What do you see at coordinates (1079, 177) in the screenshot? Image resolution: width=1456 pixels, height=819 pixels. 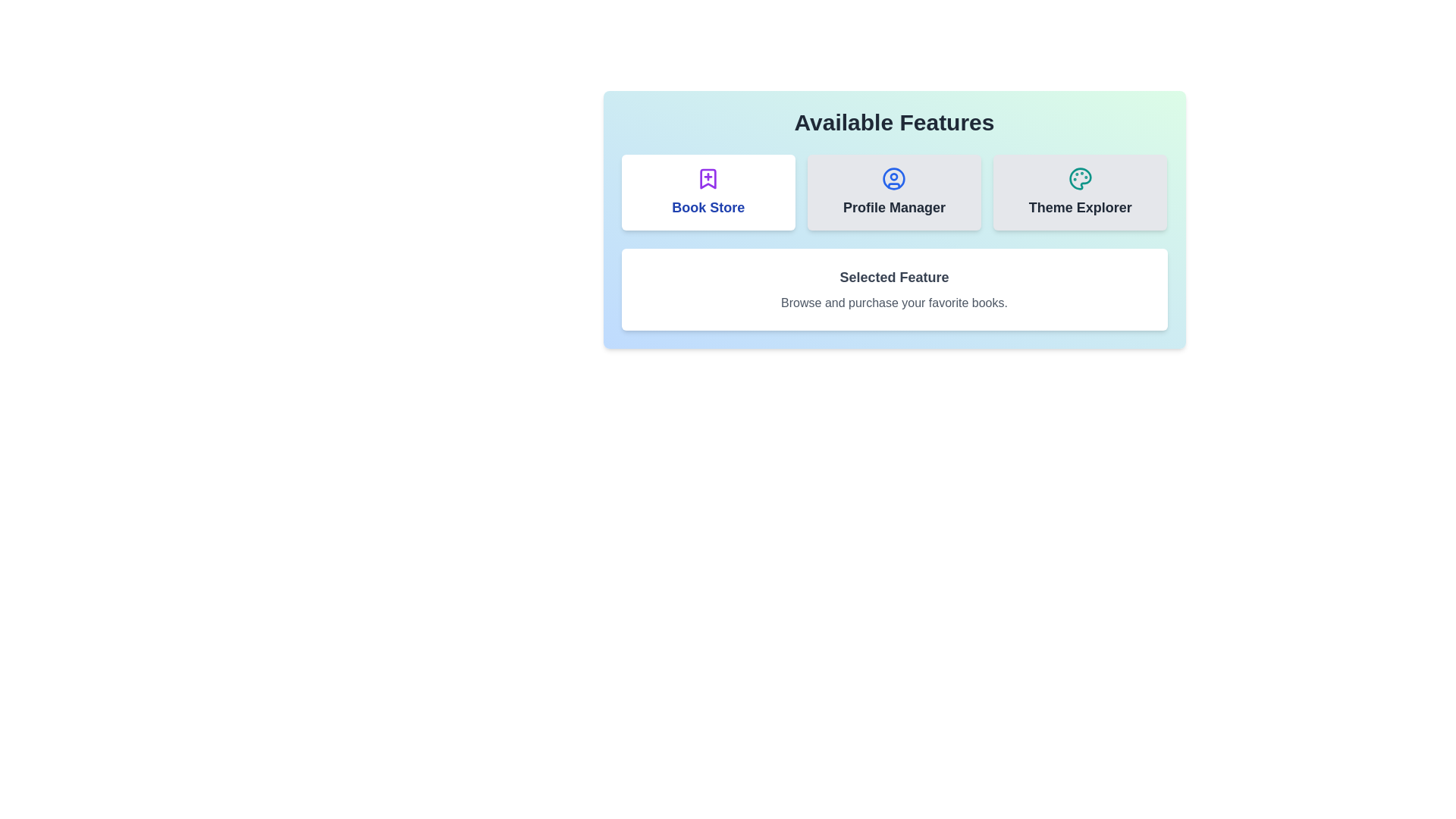 I see `the teal palette-shaped icon with circular holes located at the rightmost position in the 'Theme Explorer' card` at bounding box center [1079, 177].